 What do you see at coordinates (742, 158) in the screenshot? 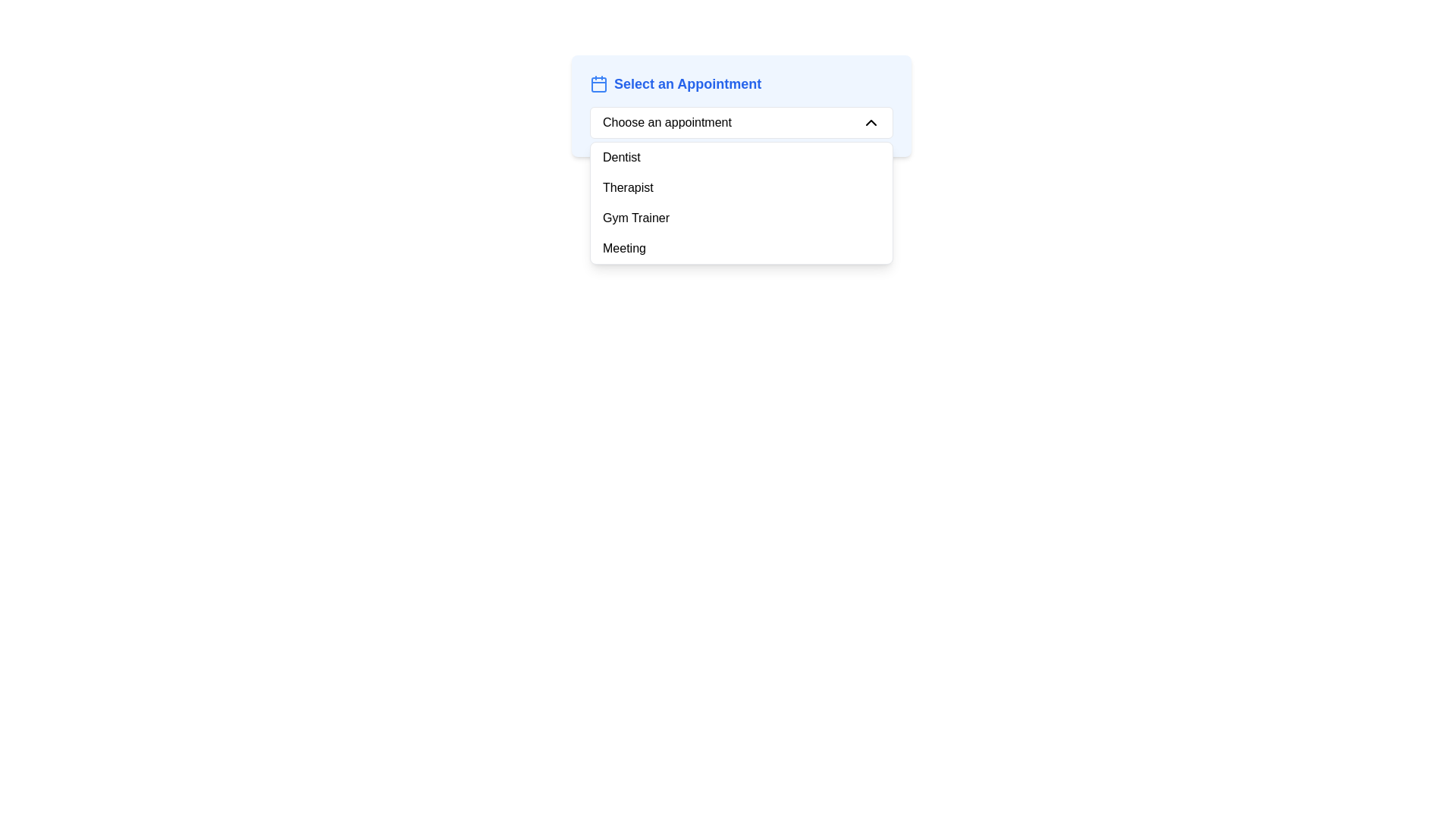
I see `the 'Dentist' option in the dropdown menu` at bounding box center [742, 158].